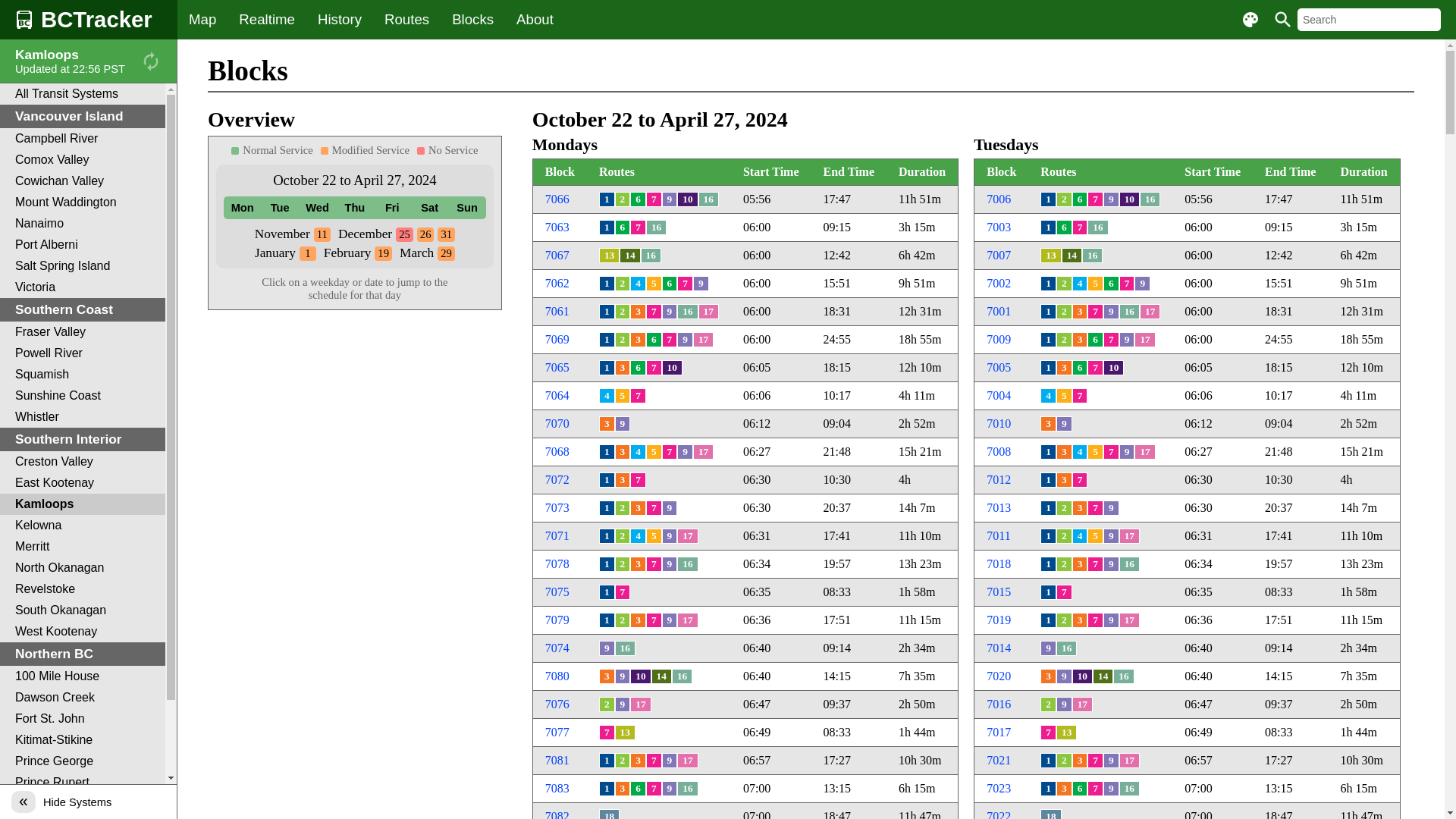 The height and width of the screenshot is (819, 1456). I want to click on '1', so click(1047, 198).